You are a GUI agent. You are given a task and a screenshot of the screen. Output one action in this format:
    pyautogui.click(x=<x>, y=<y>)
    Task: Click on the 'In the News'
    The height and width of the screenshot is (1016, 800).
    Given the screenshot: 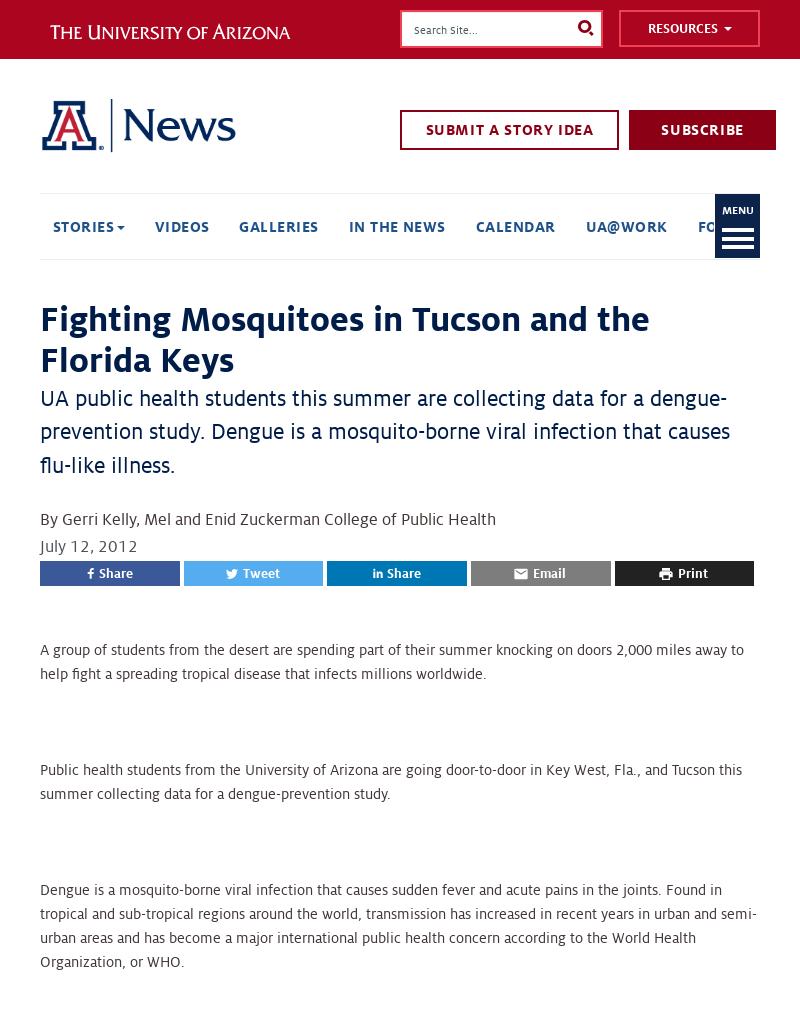 What is the action you would take?
    pyautogui.click(x=395, y=225)
    